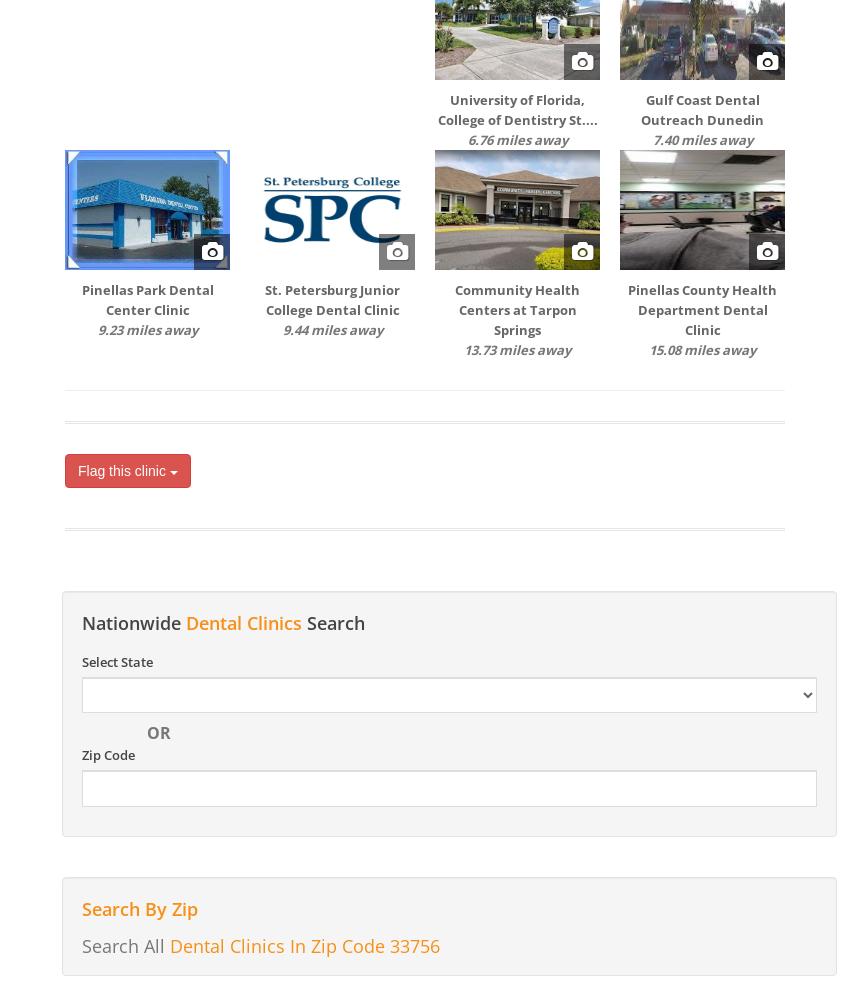 The width and height of the screenshot is (850, 988). I want to click on '9.44 miles away', so click(332, 329).